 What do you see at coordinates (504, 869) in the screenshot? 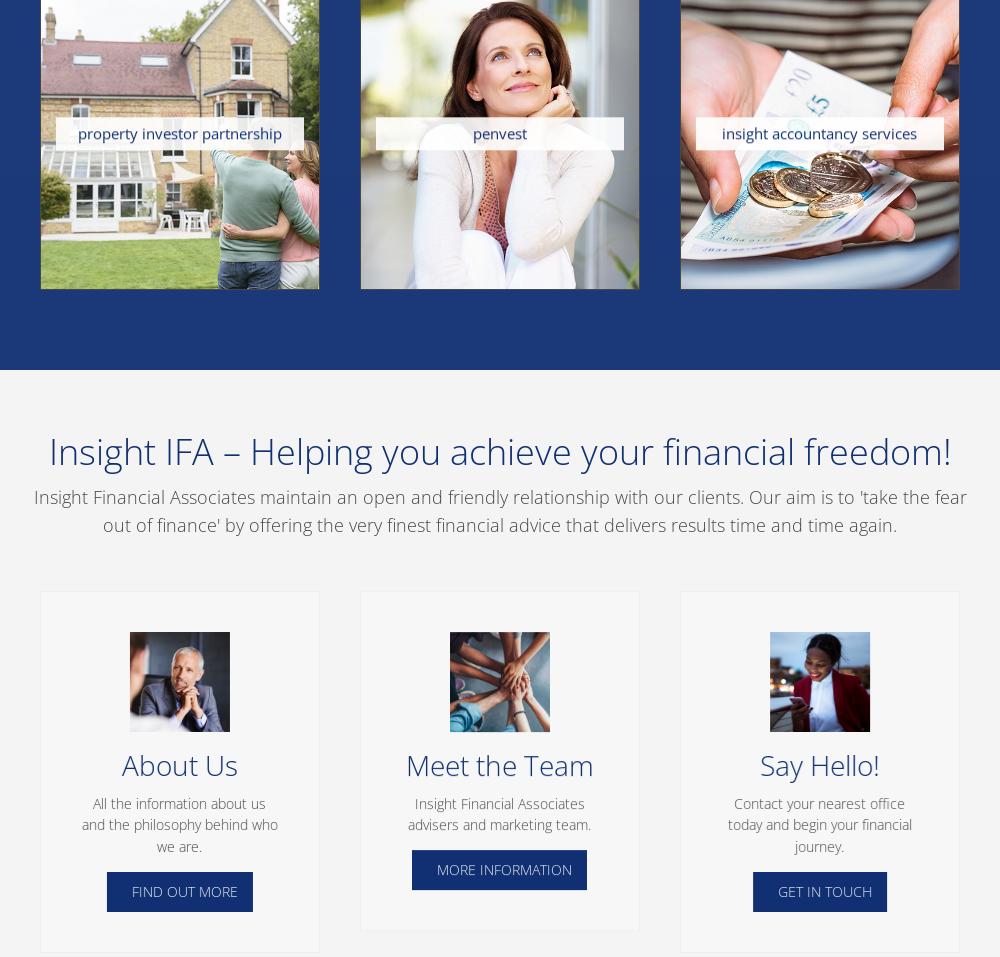
I see `'MORE INFORMATION'` at bounding box center [504, 869].